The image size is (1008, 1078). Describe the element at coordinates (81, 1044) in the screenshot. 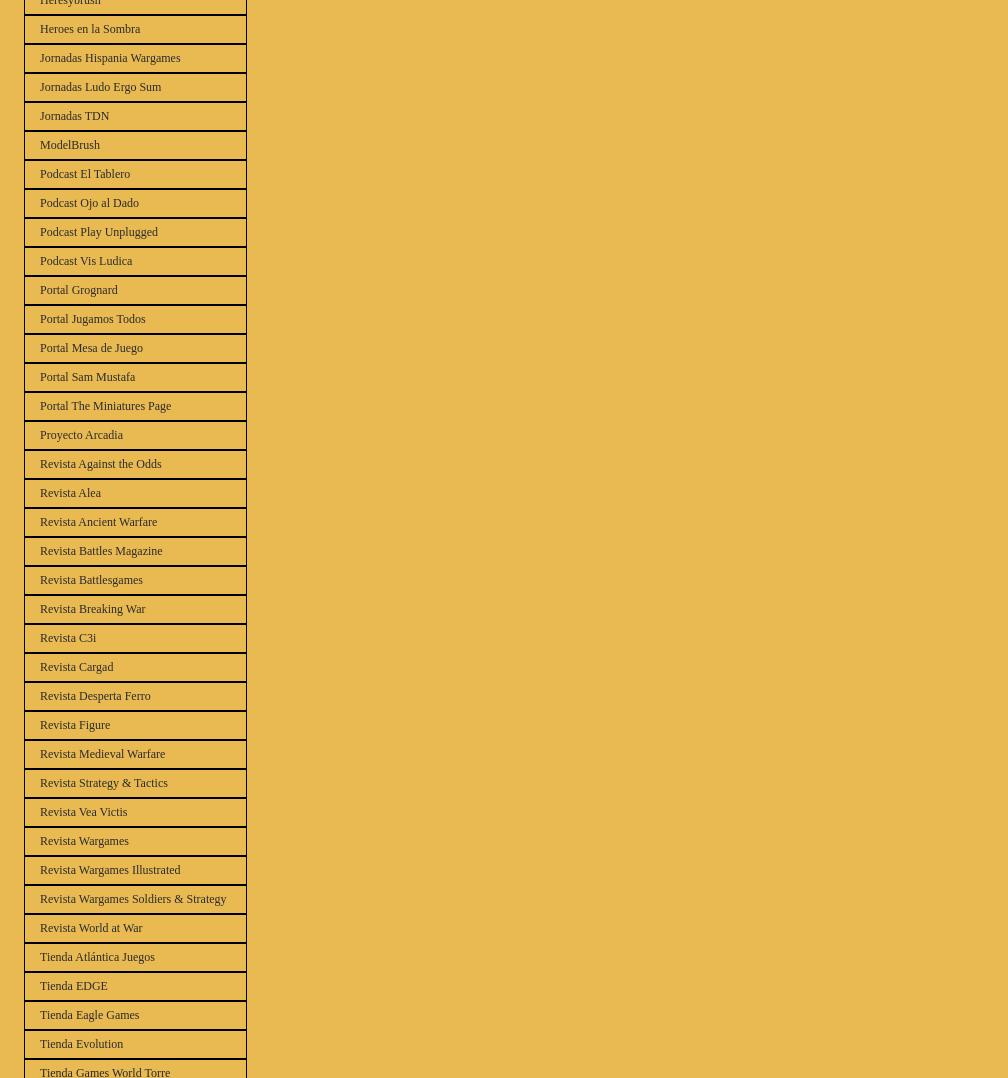

I see `'Tienda Evolution'` at that location.